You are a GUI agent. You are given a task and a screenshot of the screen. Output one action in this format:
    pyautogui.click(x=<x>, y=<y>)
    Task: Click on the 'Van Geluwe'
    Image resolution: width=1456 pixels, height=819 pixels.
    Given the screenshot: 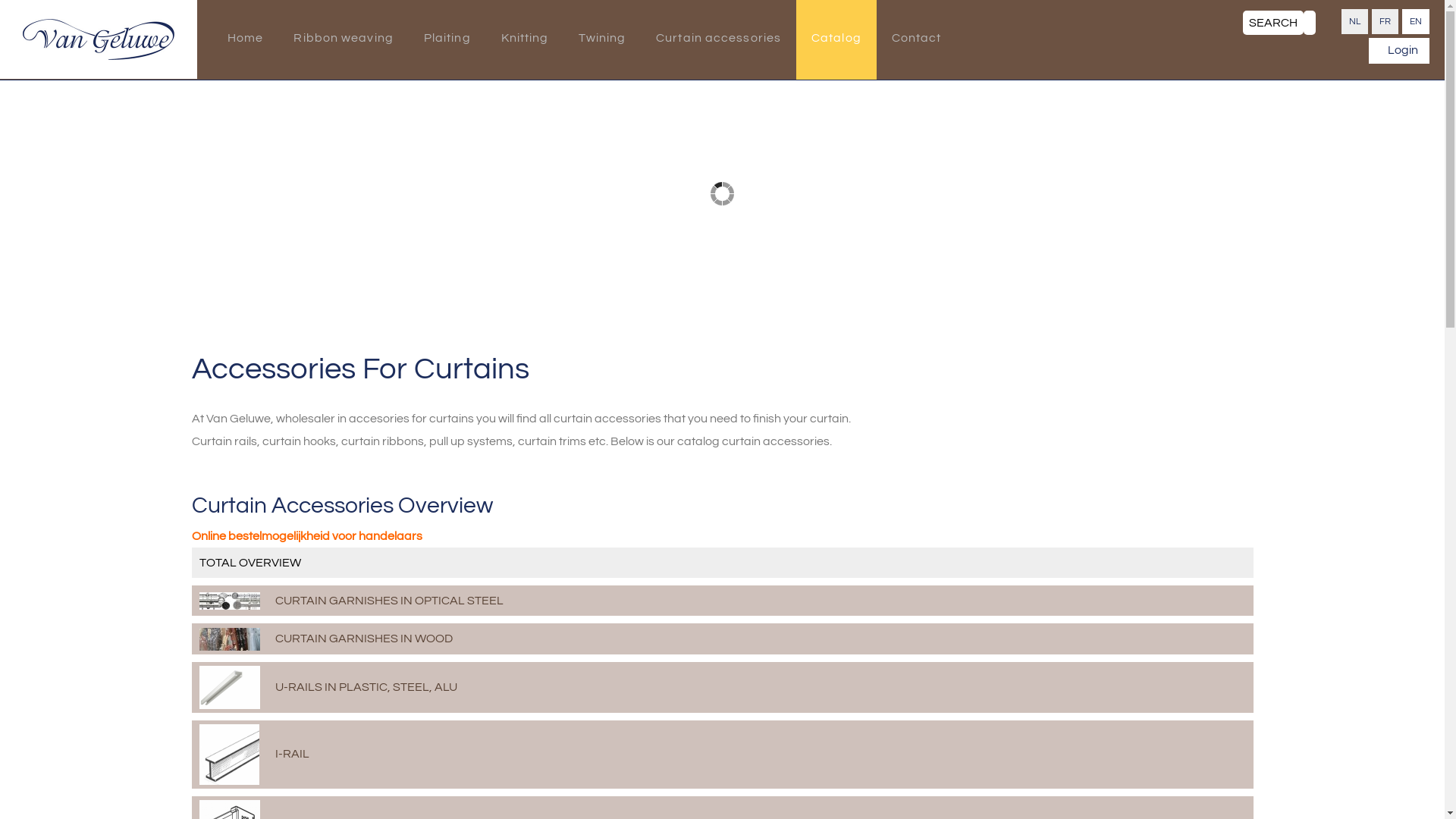 What is the action you would take?
    pyautogui.click(x=22, y=38)
    